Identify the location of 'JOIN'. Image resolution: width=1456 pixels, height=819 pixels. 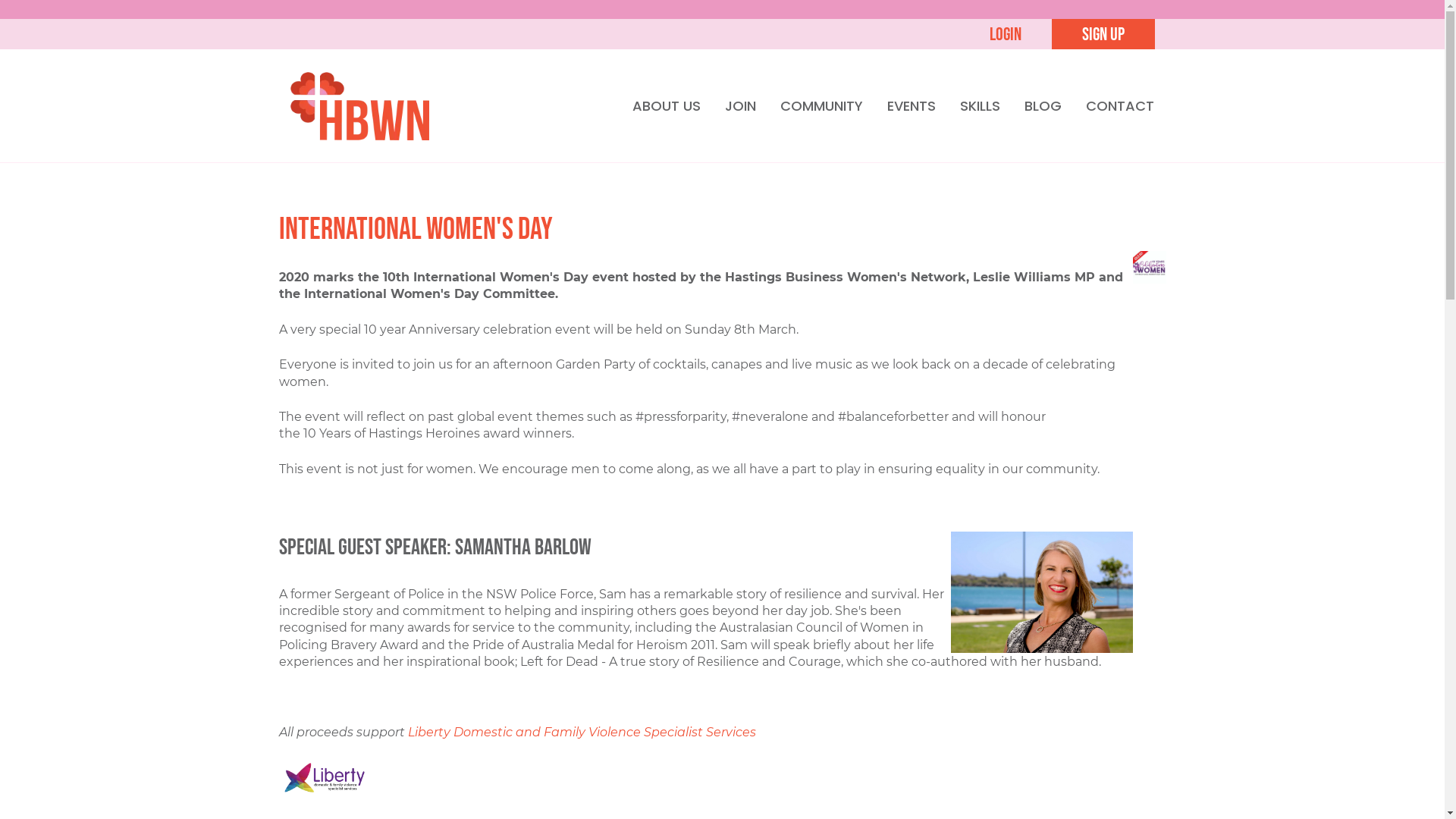
(739, 105).